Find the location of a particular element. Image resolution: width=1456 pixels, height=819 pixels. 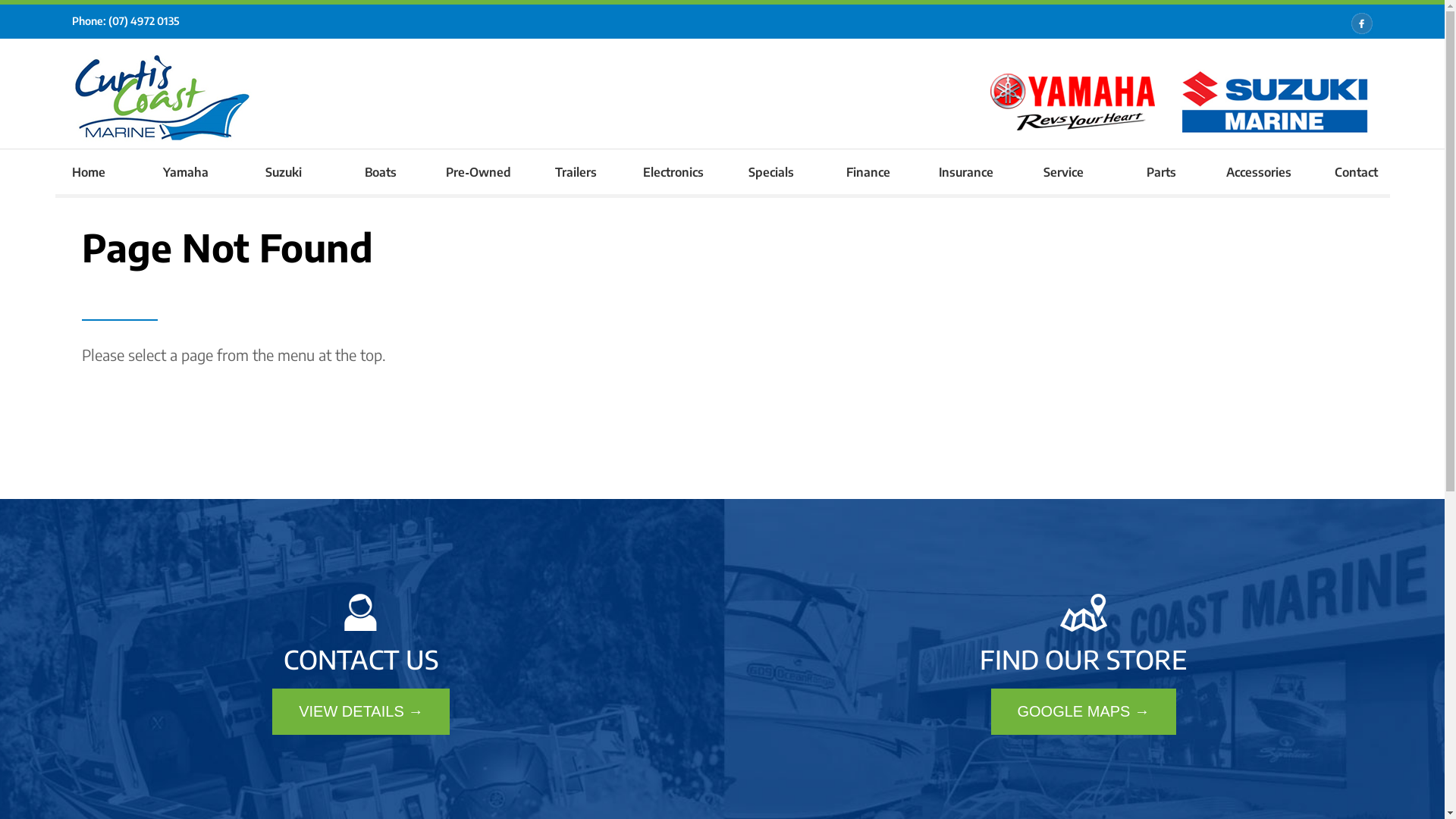

'Phone: (07) 4972 0135' is located at coordinates (71, 20).